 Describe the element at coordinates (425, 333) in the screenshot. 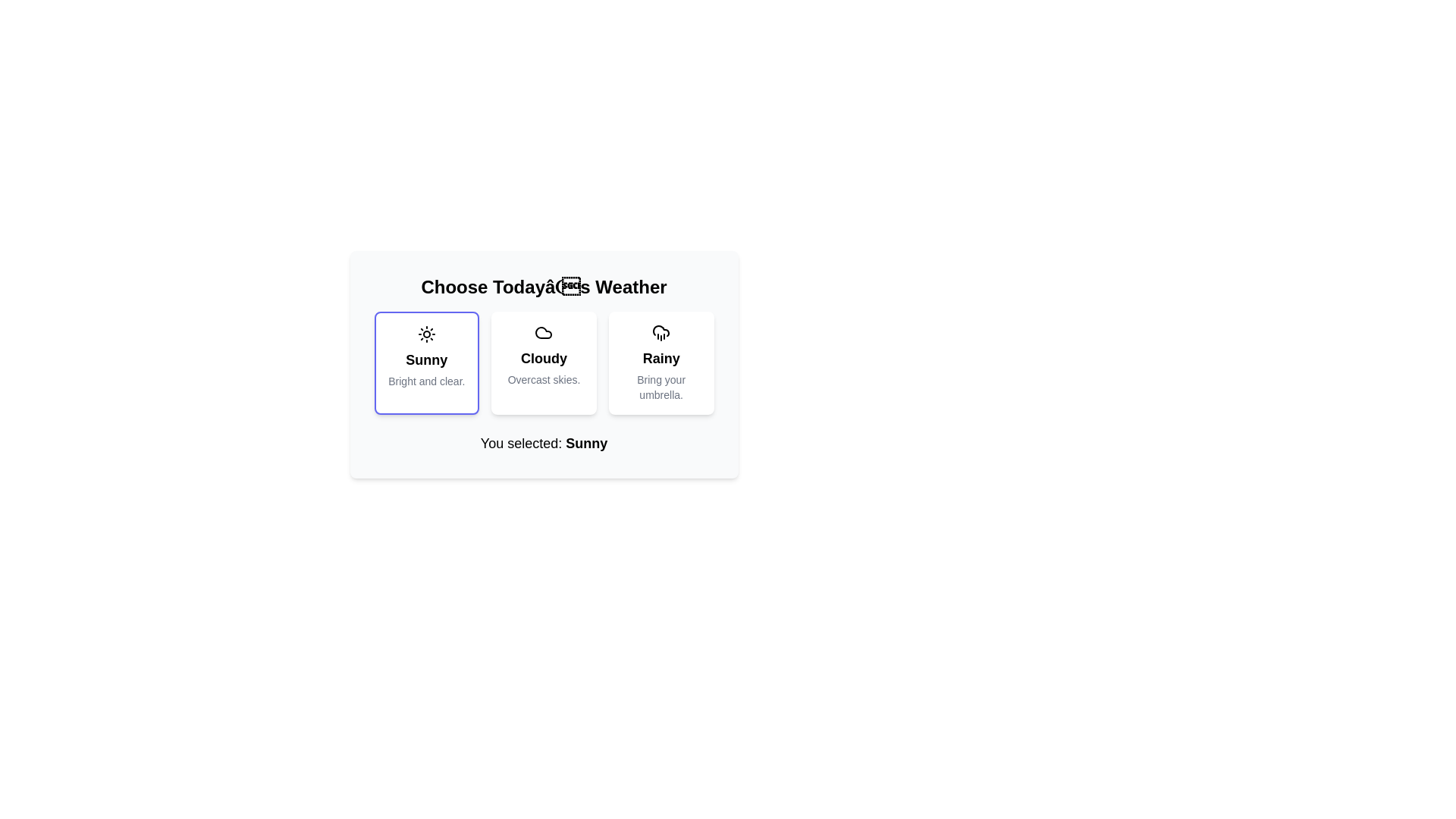

I see `the sun icon, which is a circular shape with rays, located at the top of the 'Sunny' weather option card, centered above the labels 'Sunny' and 'Bright and clear'` at that location.